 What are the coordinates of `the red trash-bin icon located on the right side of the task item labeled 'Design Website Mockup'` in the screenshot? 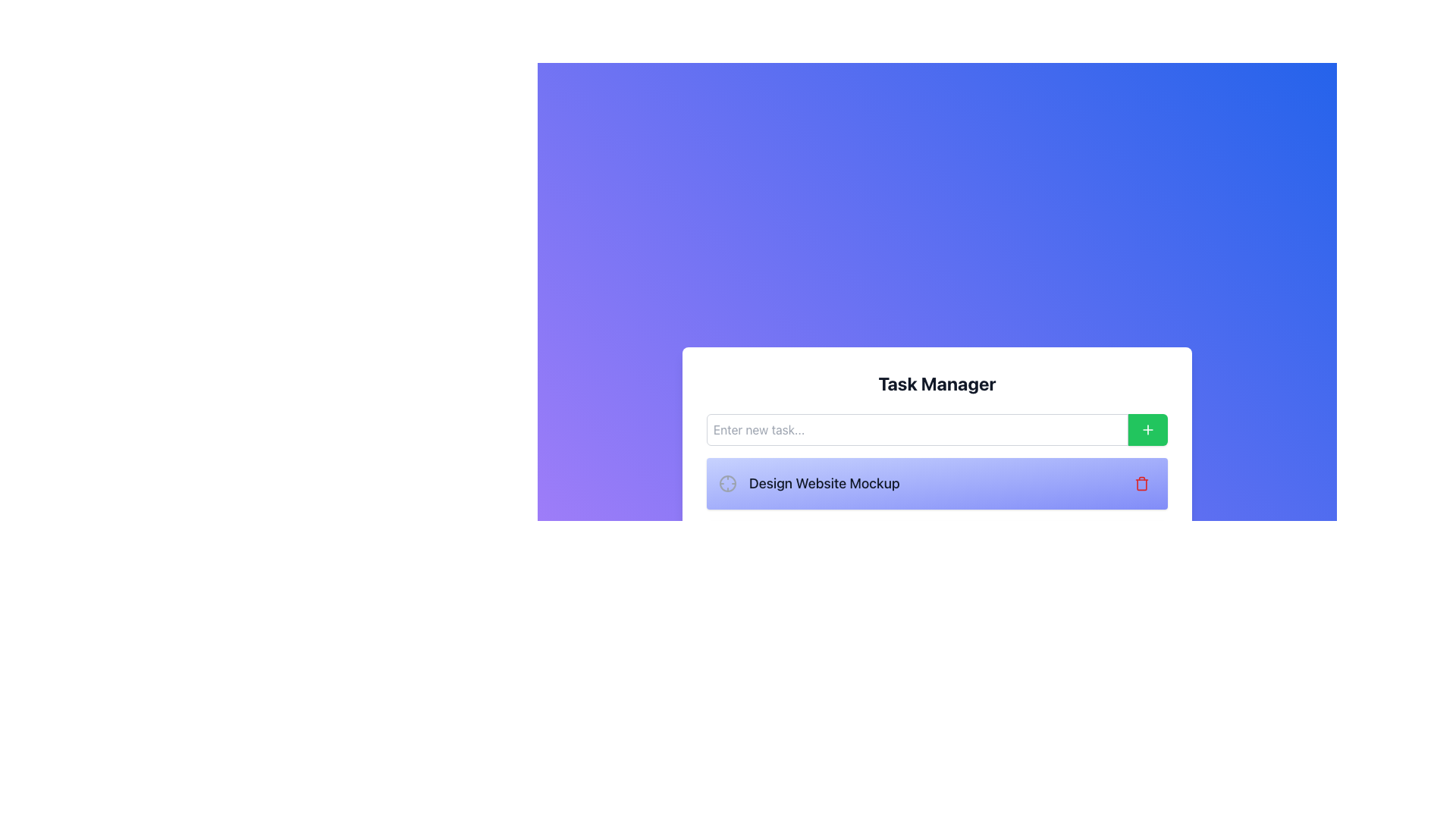 It's located at (1142, 483).